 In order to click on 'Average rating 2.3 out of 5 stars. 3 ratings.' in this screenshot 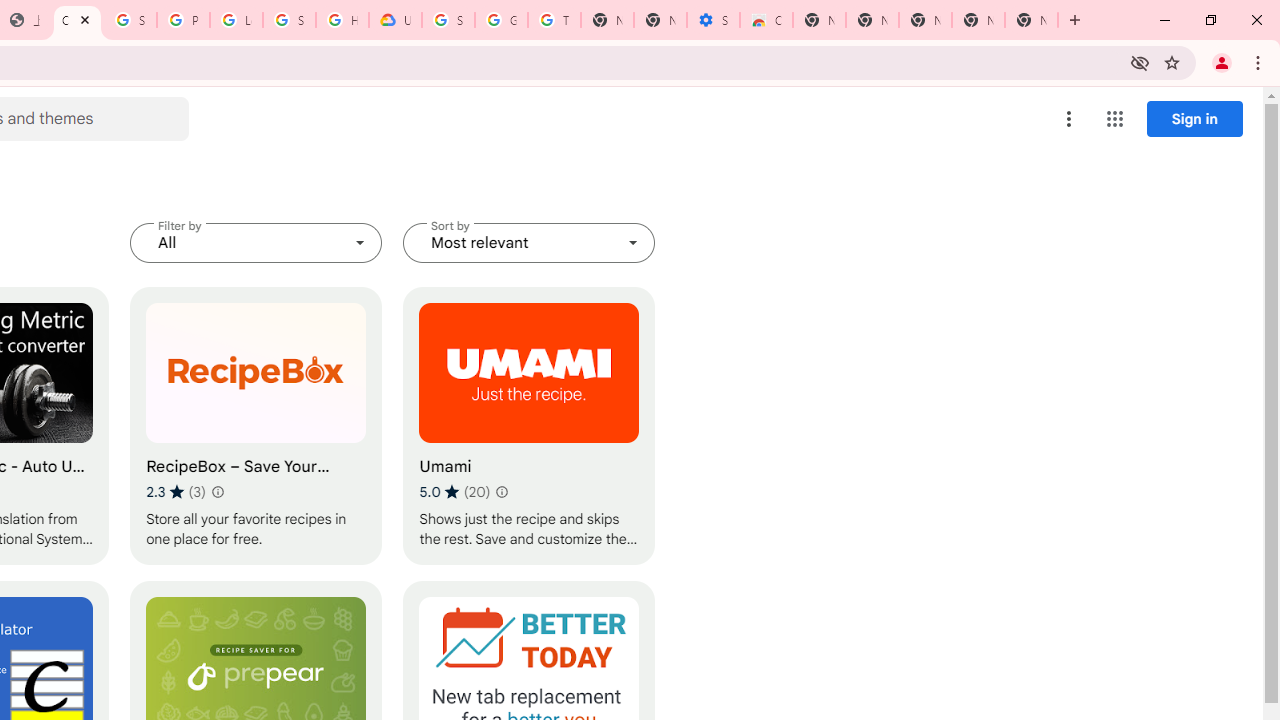, I will do `click(176, 491)`.